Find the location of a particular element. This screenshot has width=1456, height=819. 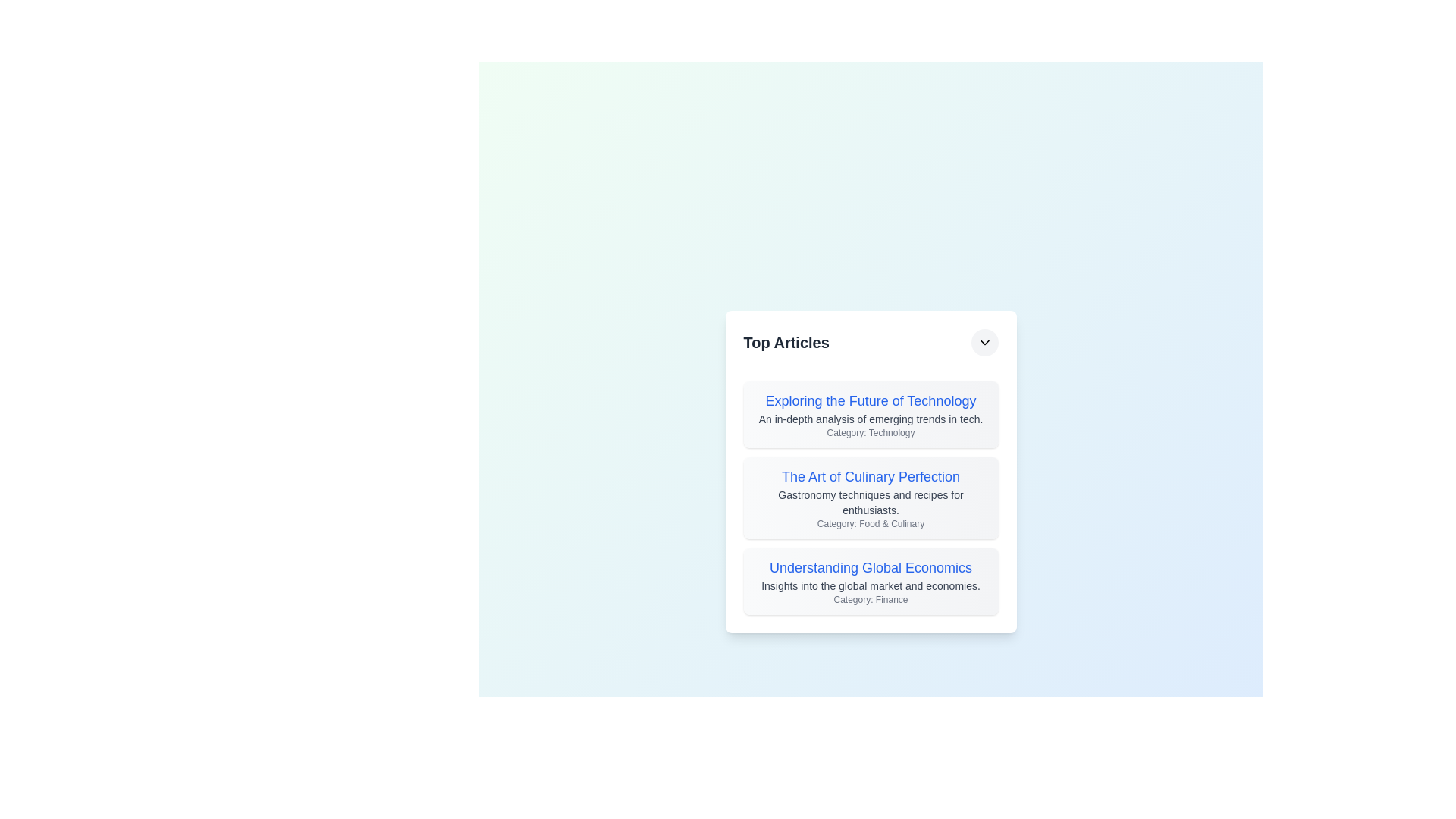

the dropdown button to toggle the visibility of the article list is located at coordinates (984, 342).